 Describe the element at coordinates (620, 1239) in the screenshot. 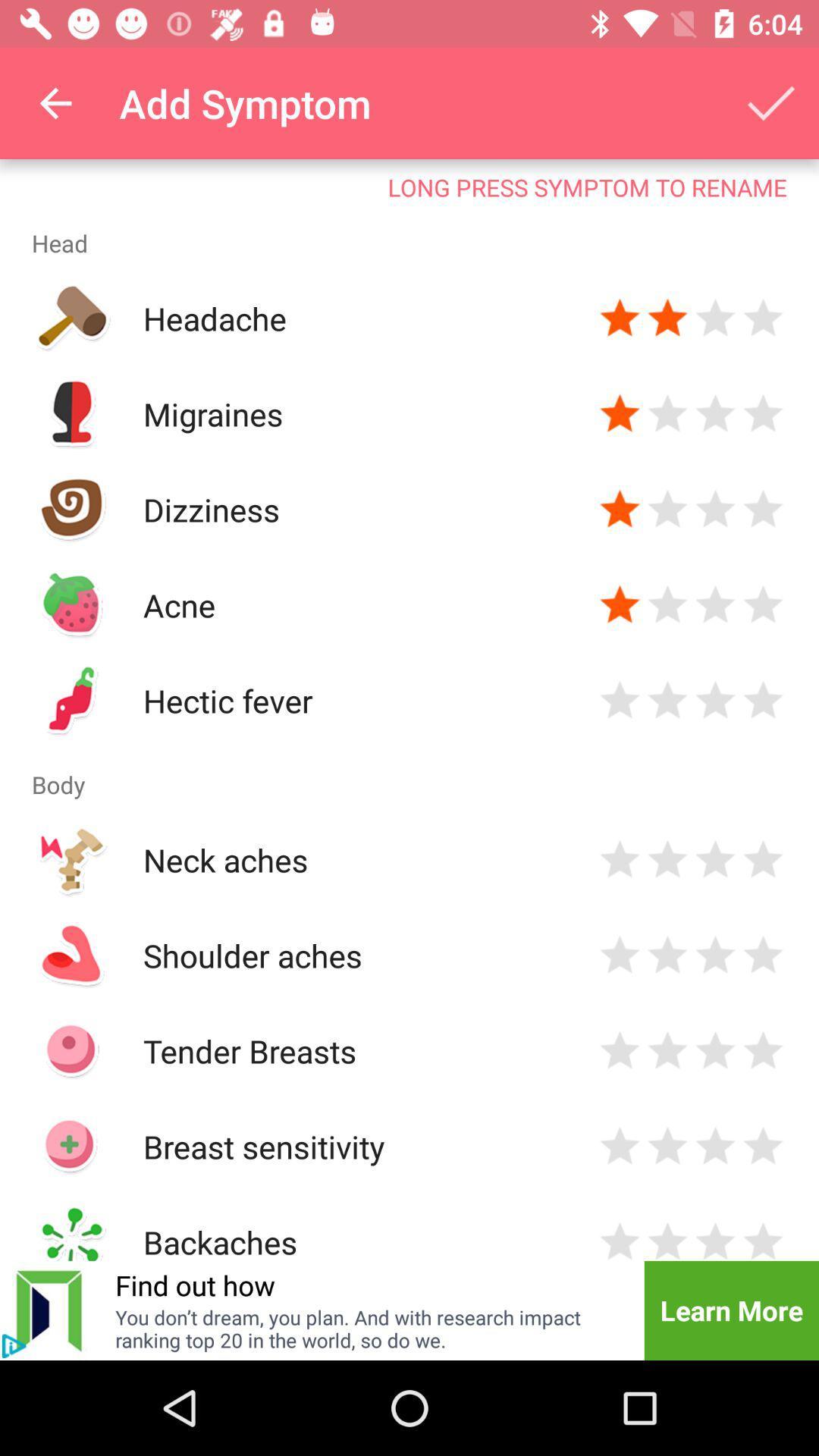

I see `rate the level of symptom` at that location.